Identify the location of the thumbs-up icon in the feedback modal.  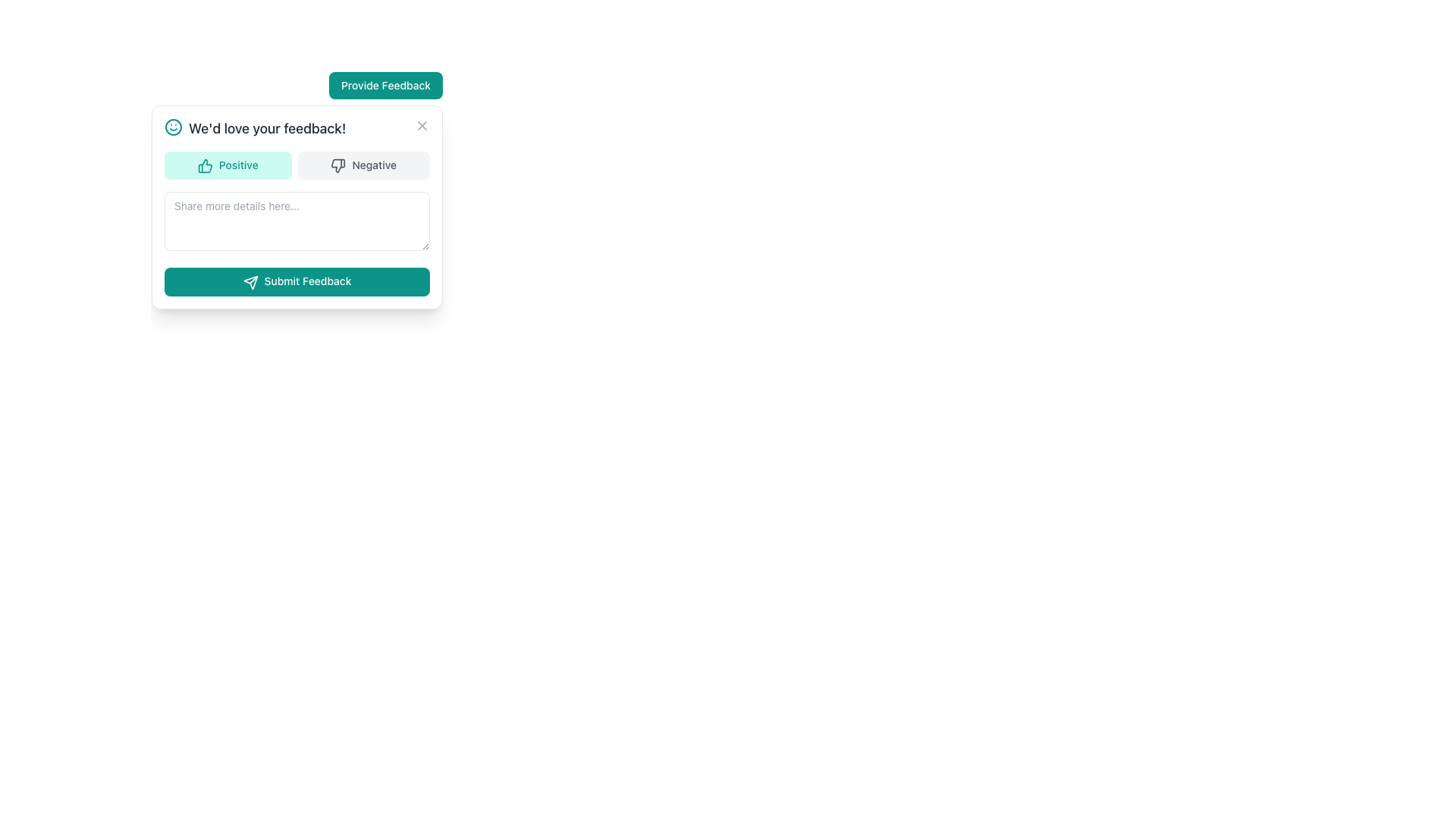
(204, 166).